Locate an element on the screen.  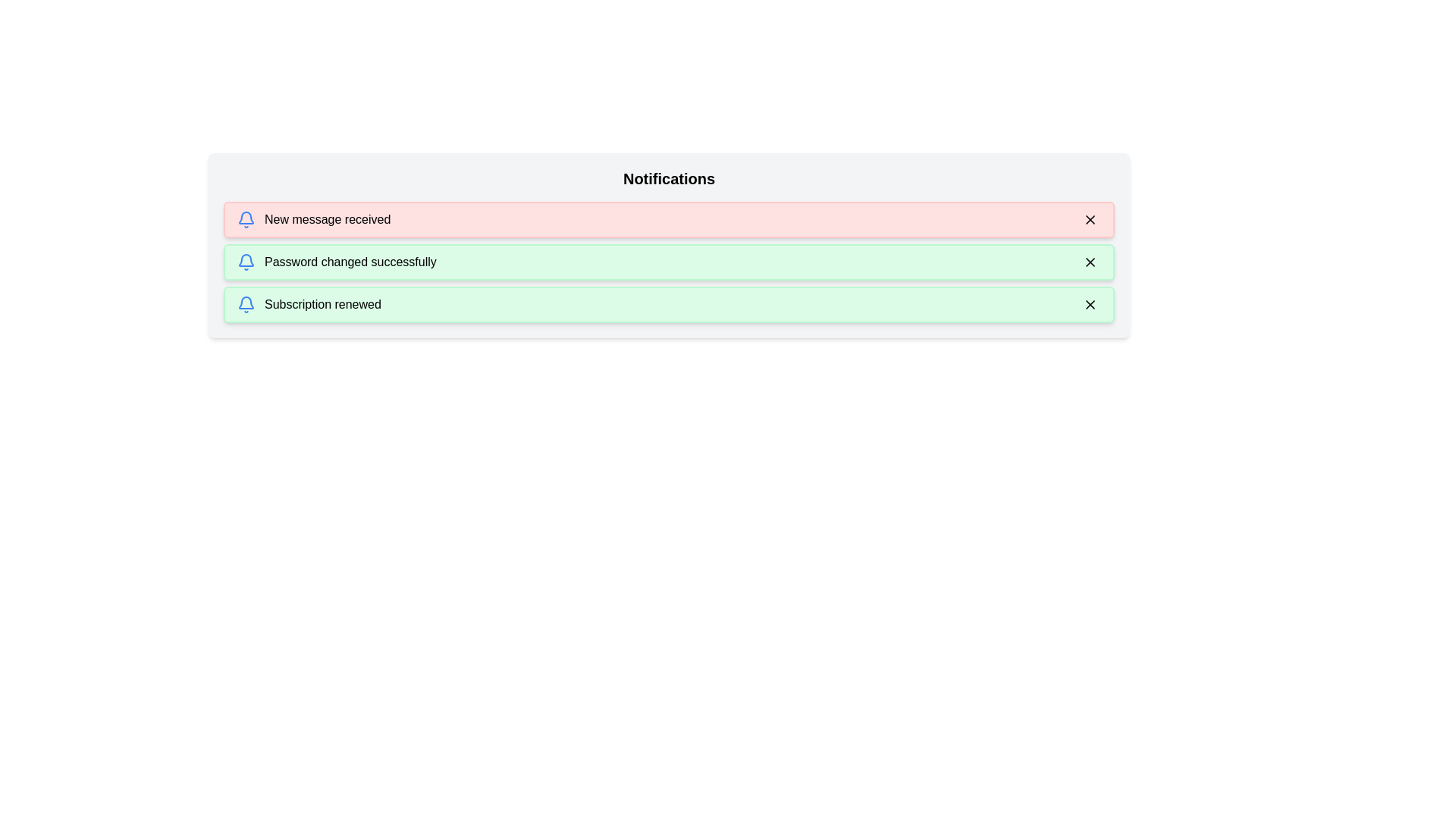
the notification icon, which is a bell symbol indicating alerts or messages, located at the topmost position in the notifications list is located at coordinates (246, 219).